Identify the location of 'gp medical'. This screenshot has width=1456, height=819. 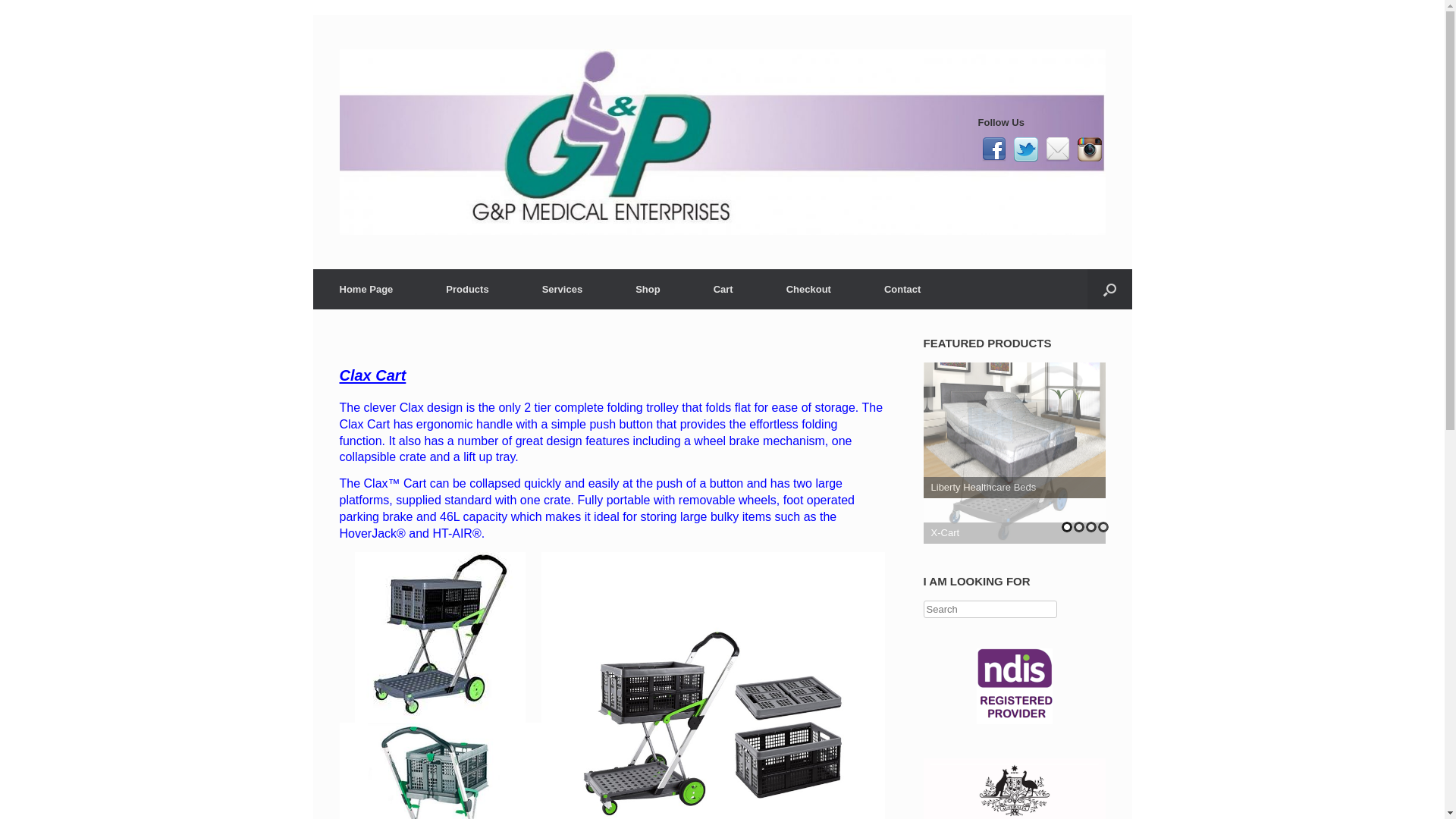
(722, 142).